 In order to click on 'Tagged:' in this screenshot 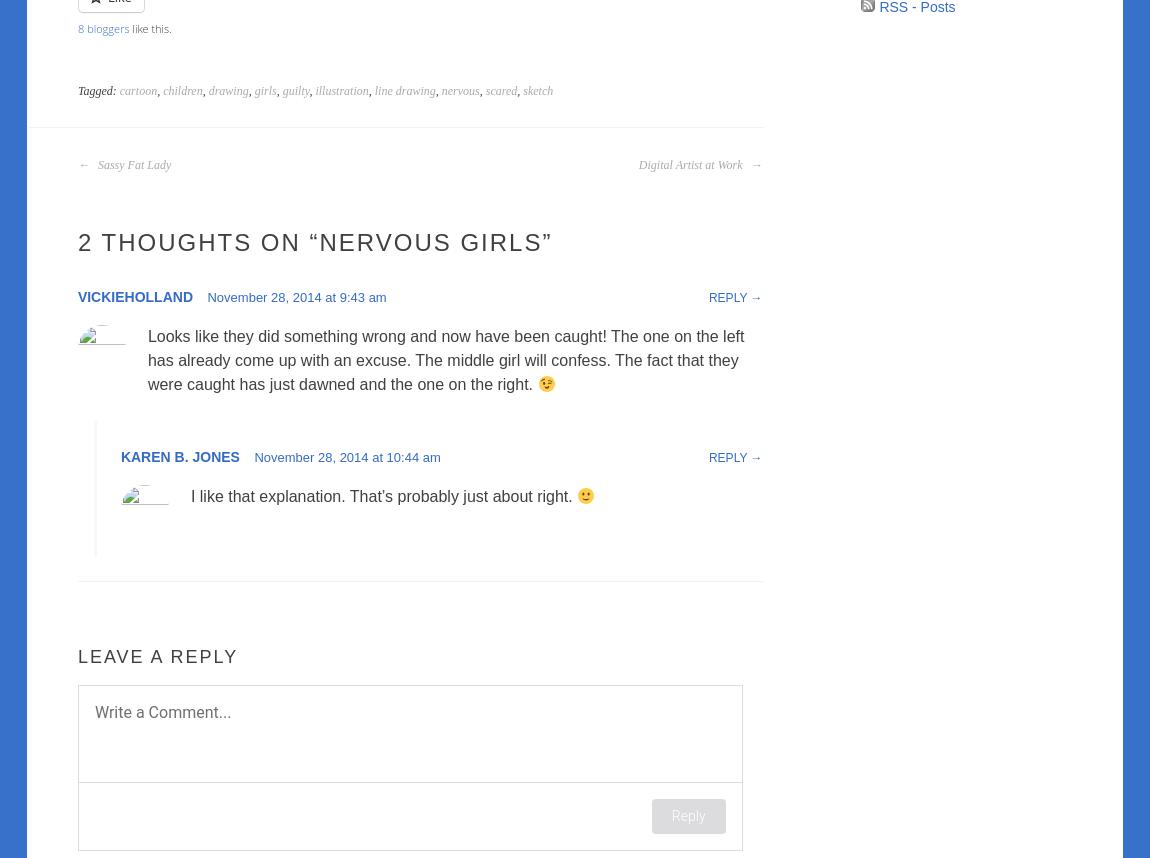, I will do `click(96, 91)`.